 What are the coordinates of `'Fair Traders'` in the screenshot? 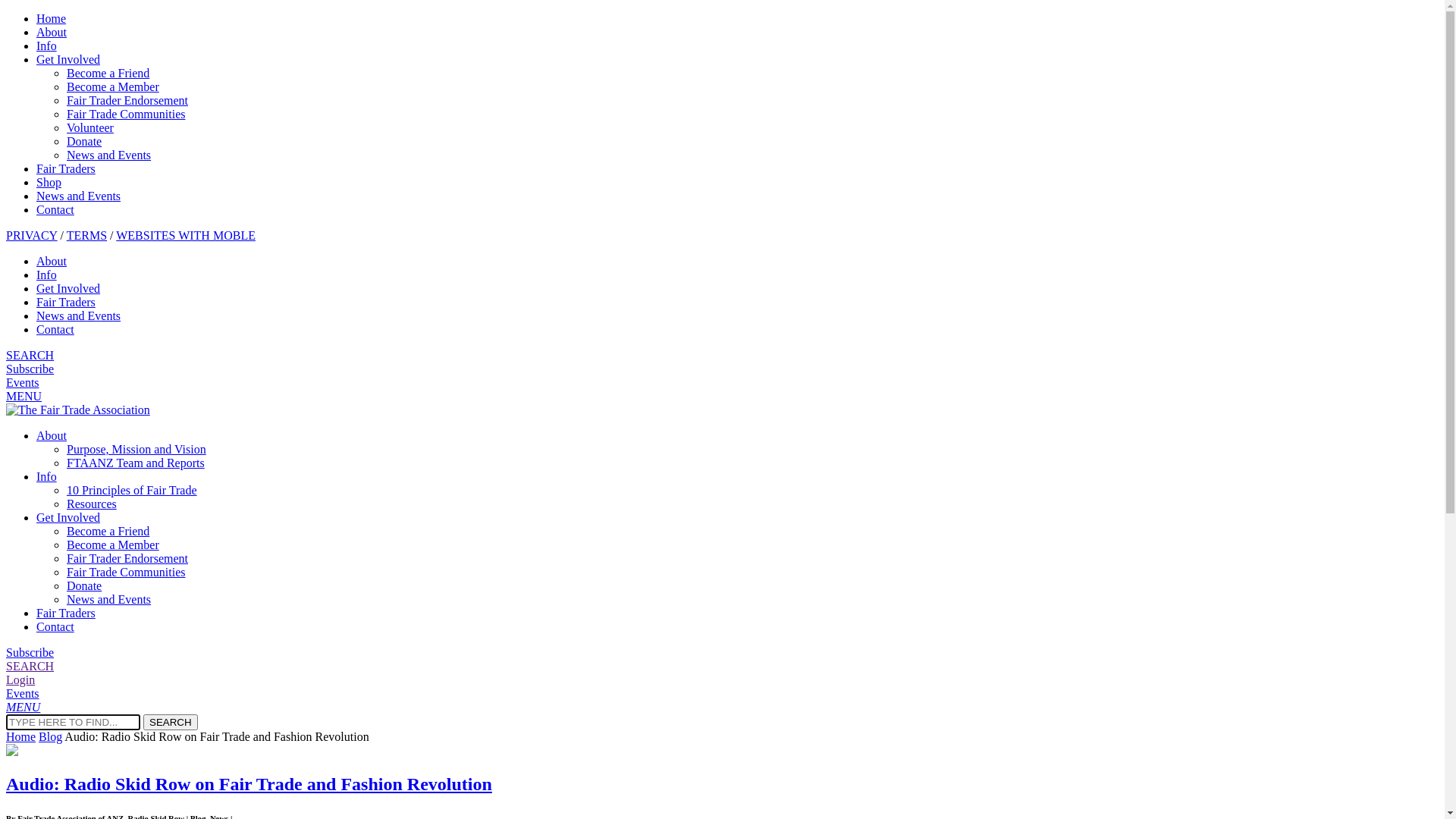 It's located at (36, 168).